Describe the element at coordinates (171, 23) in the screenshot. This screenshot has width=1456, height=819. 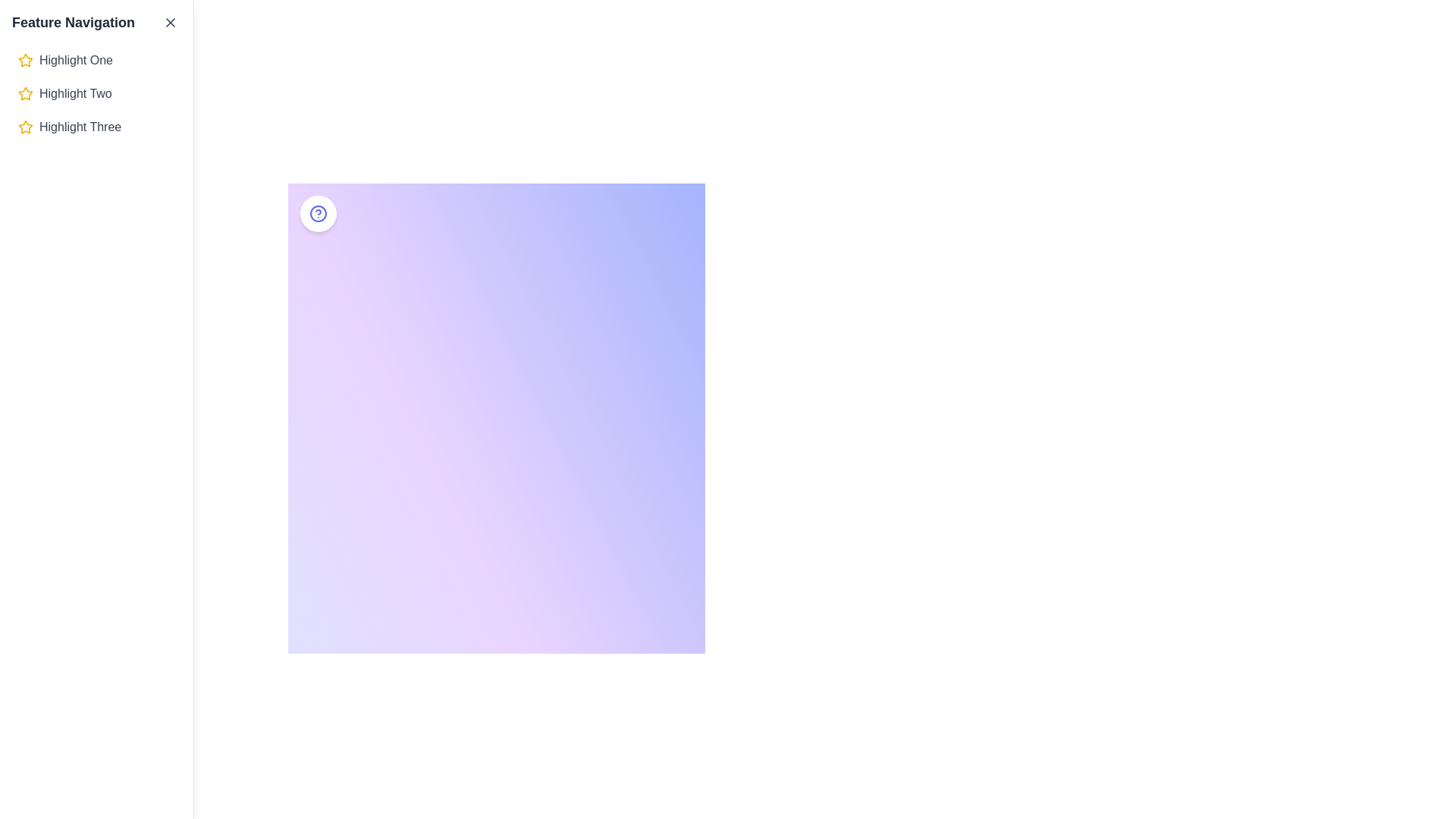
I see `the small, rounded rectangular button with an 'X' icon in the middle` at that location.